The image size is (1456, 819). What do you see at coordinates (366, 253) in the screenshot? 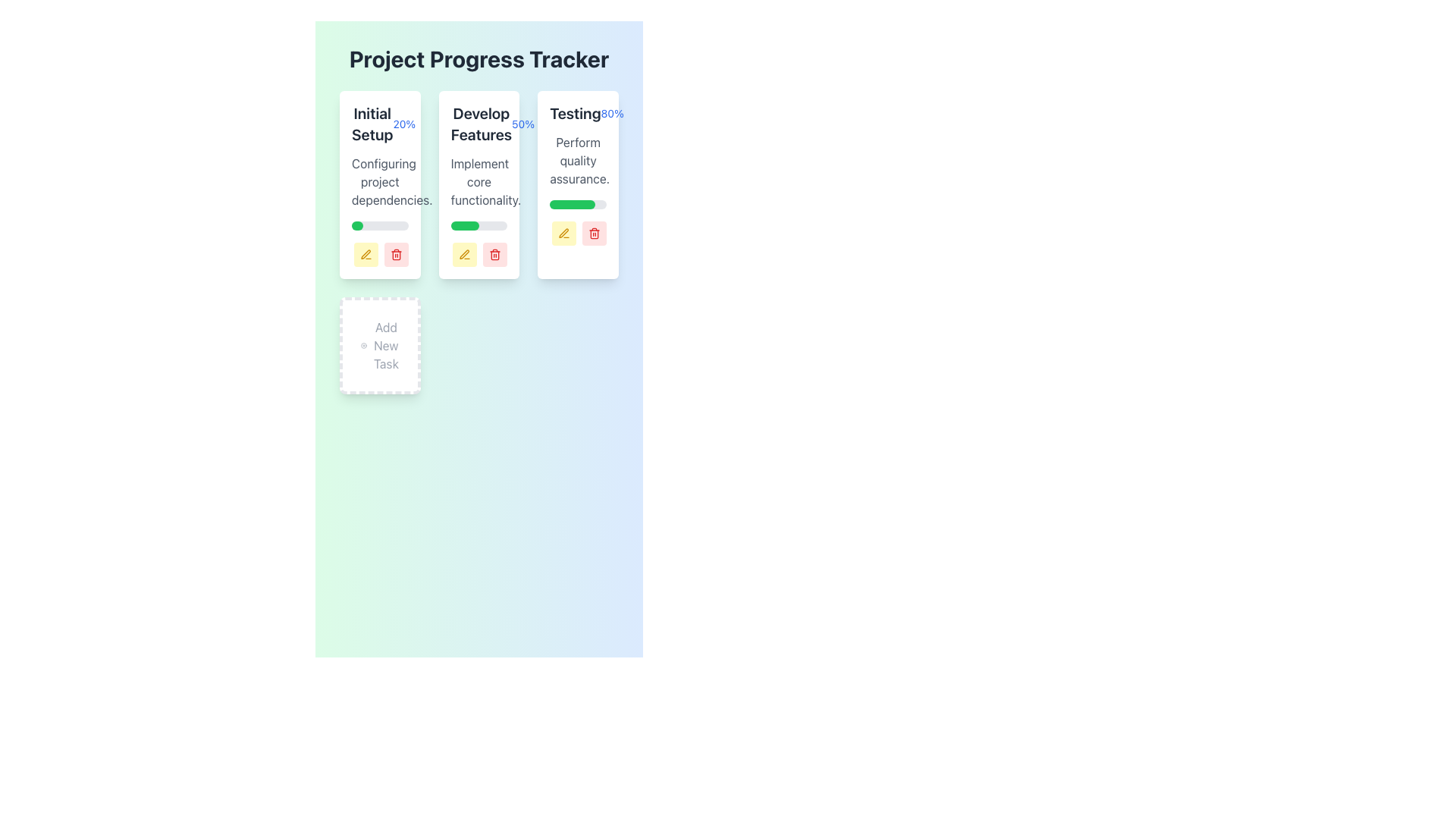
I see `the small, rounded rectangular yellow button with a pen icon to initiate editing, located at the bottom-right corner of the 'Initial Setup' card` at bounding box center [366, 253].